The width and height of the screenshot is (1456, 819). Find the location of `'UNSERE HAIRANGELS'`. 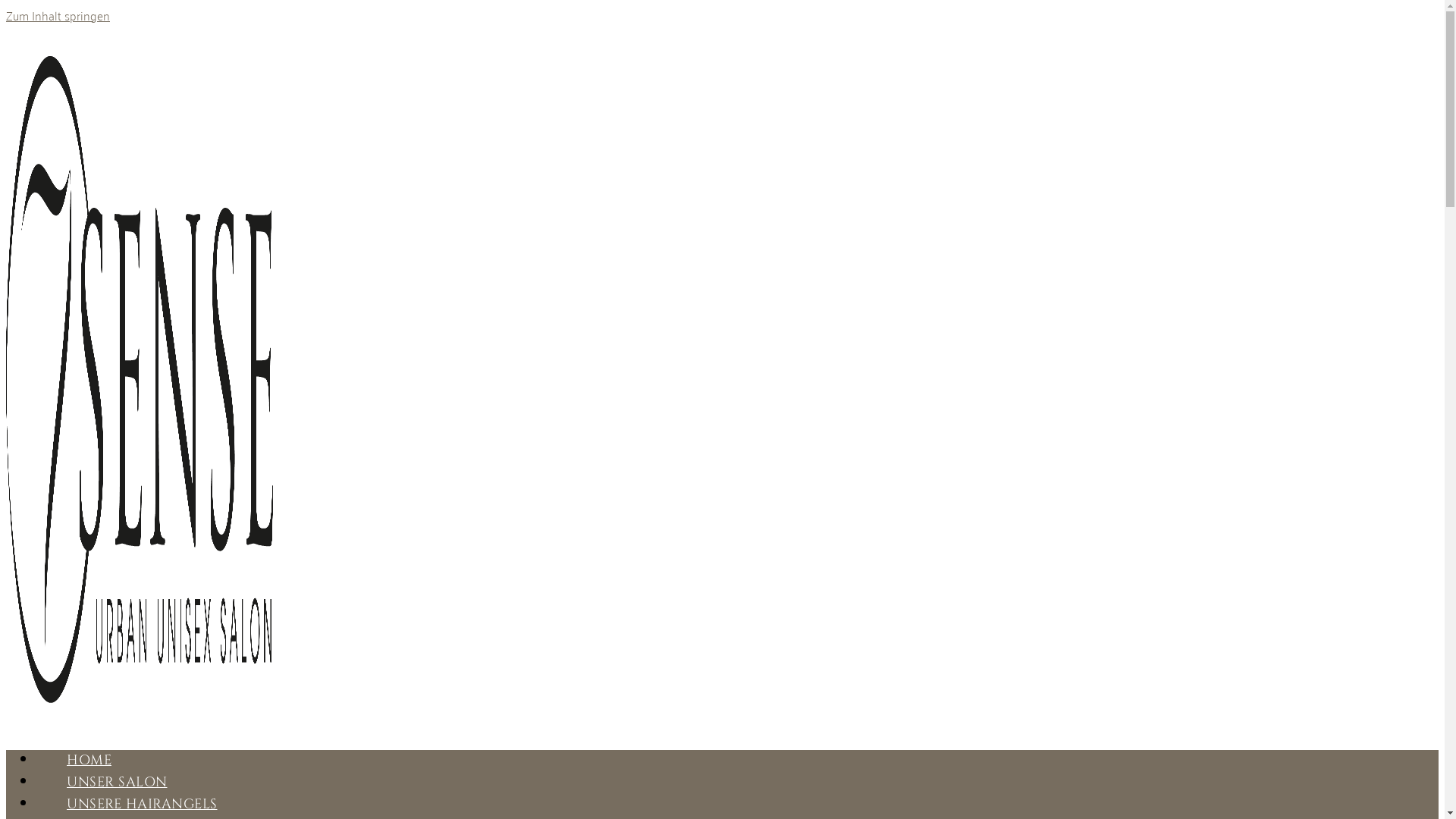

'UNSERE HAIRANGELS' is located at coordinates (142, 803).